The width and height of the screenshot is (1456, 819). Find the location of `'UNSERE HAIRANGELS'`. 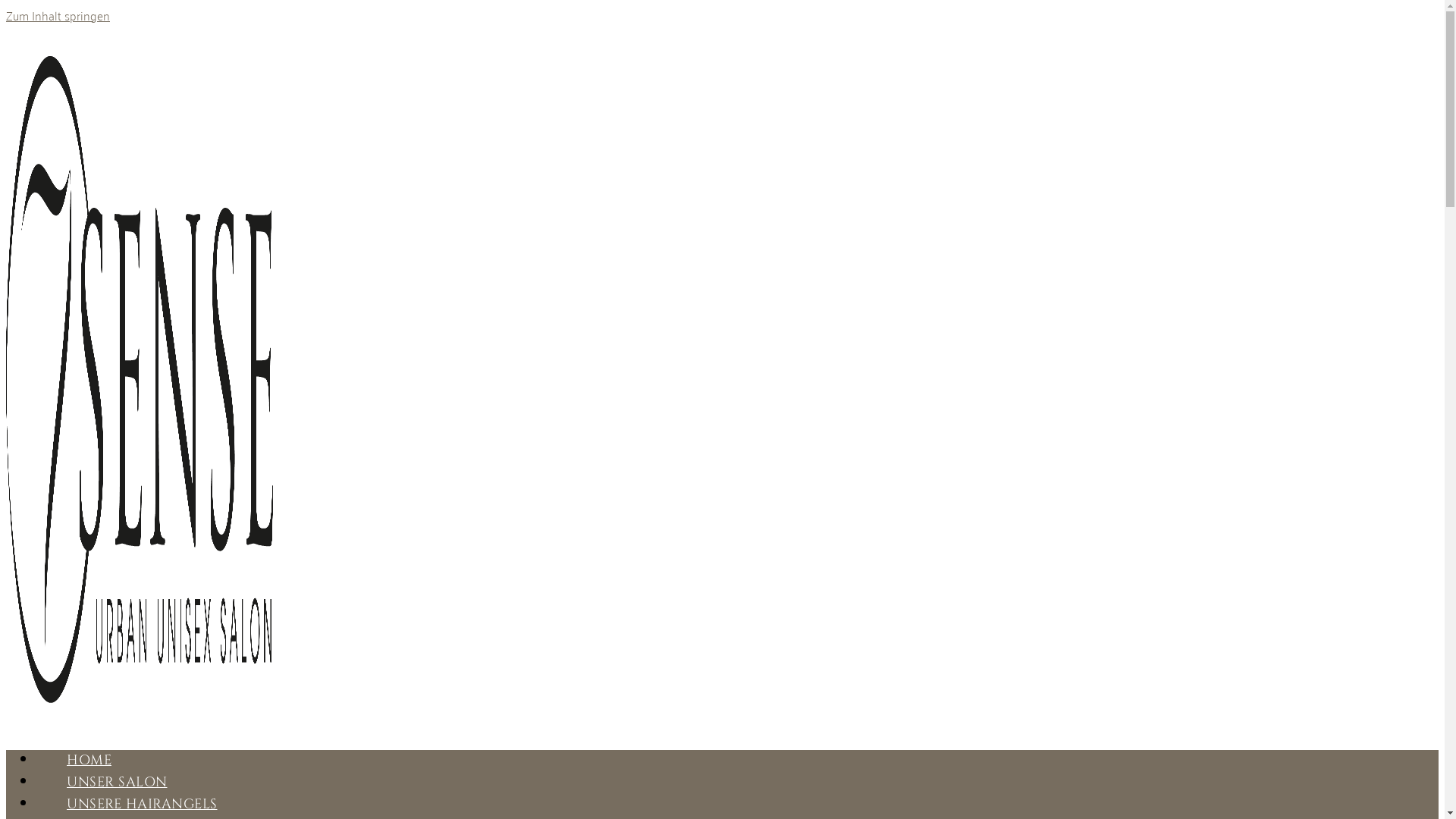

'UNSERE HAIRANGELS' is located at coordinates (142, 803).